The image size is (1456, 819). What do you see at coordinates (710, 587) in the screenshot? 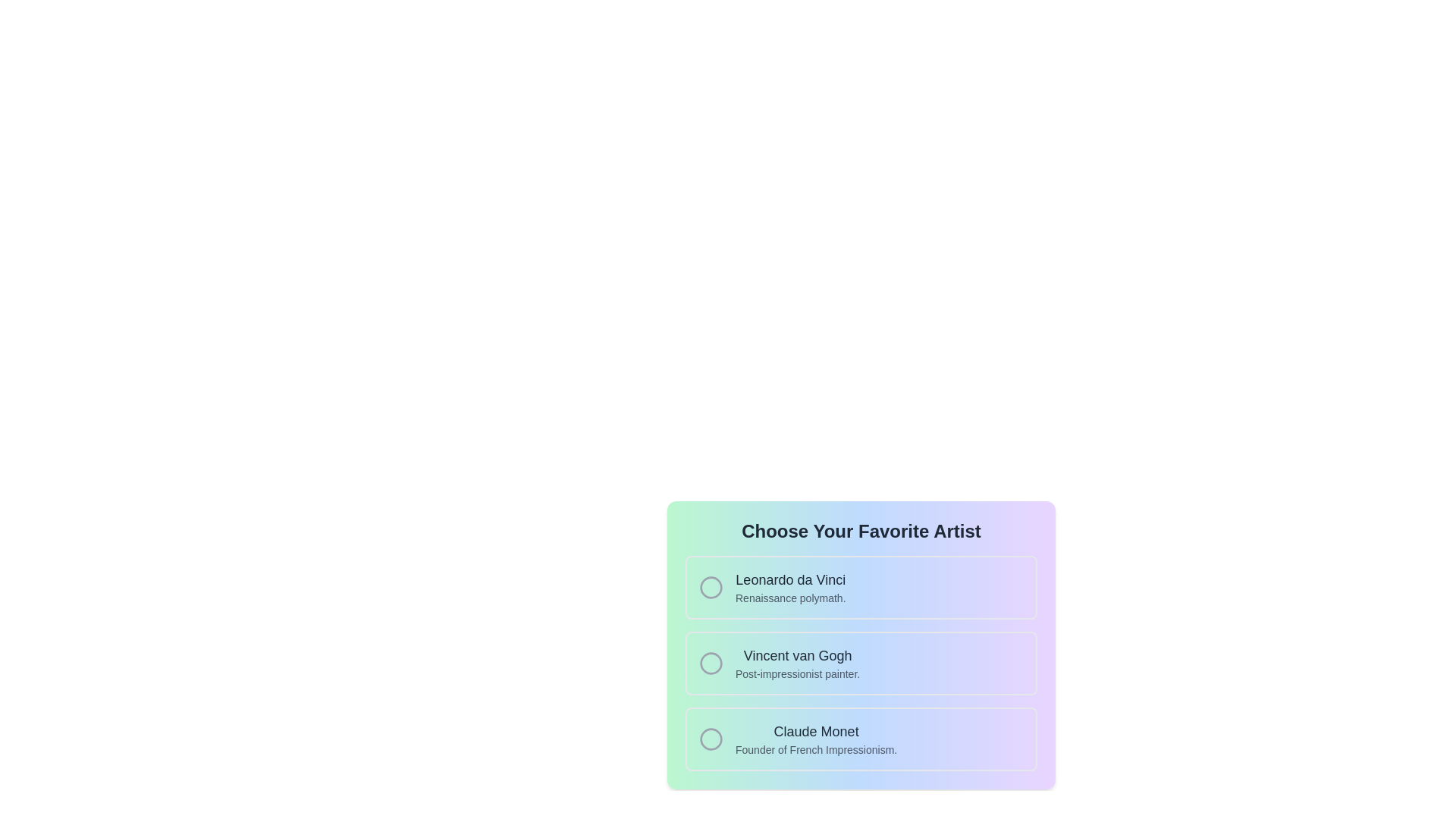
I see `the first selectable radio button in the group located to the left of 'Leonardo da Vinci'` at bounding box center [710, 587].